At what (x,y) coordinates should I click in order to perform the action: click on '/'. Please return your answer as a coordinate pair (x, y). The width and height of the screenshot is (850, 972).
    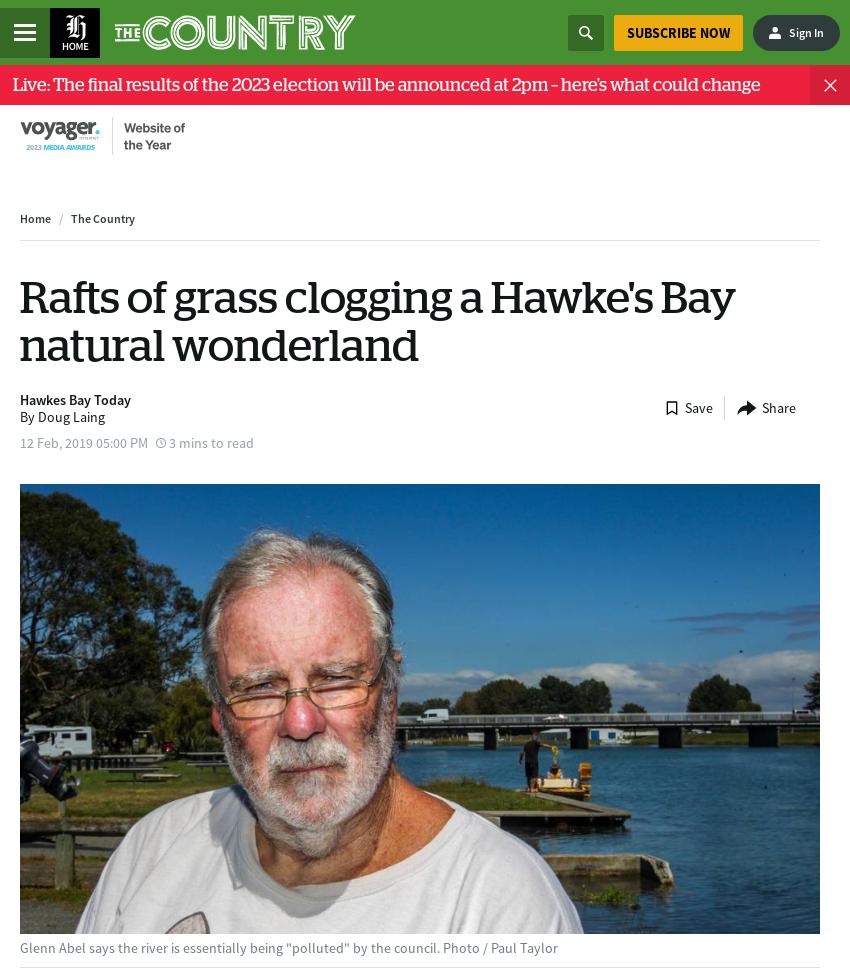
    Looking at the image, I should click on (61, 217).